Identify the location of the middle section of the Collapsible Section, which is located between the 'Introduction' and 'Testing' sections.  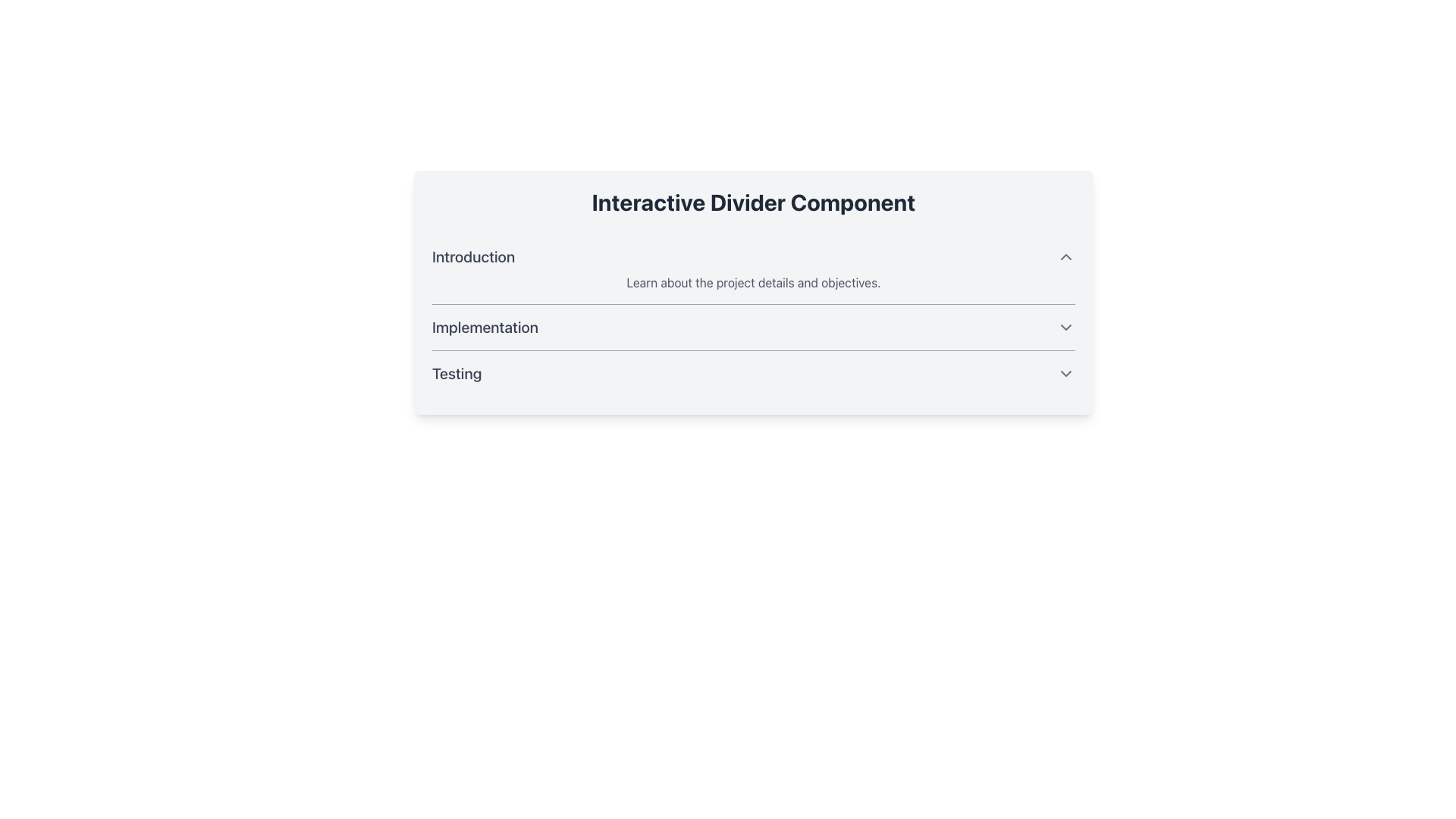
(753, 315).